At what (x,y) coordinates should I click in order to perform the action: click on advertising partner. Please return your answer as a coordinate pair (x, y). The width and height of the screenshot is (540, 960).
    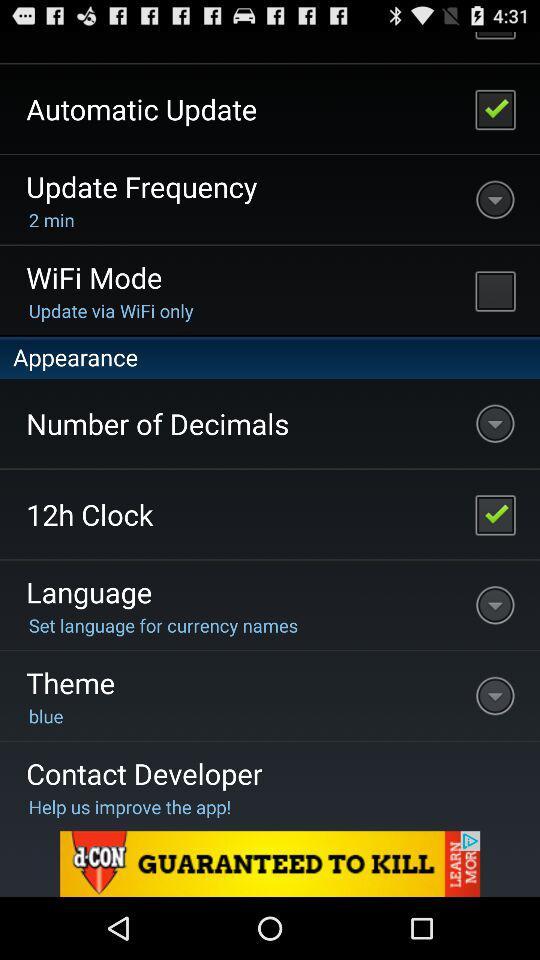
    Looking at the image, I should click on (270, 863).